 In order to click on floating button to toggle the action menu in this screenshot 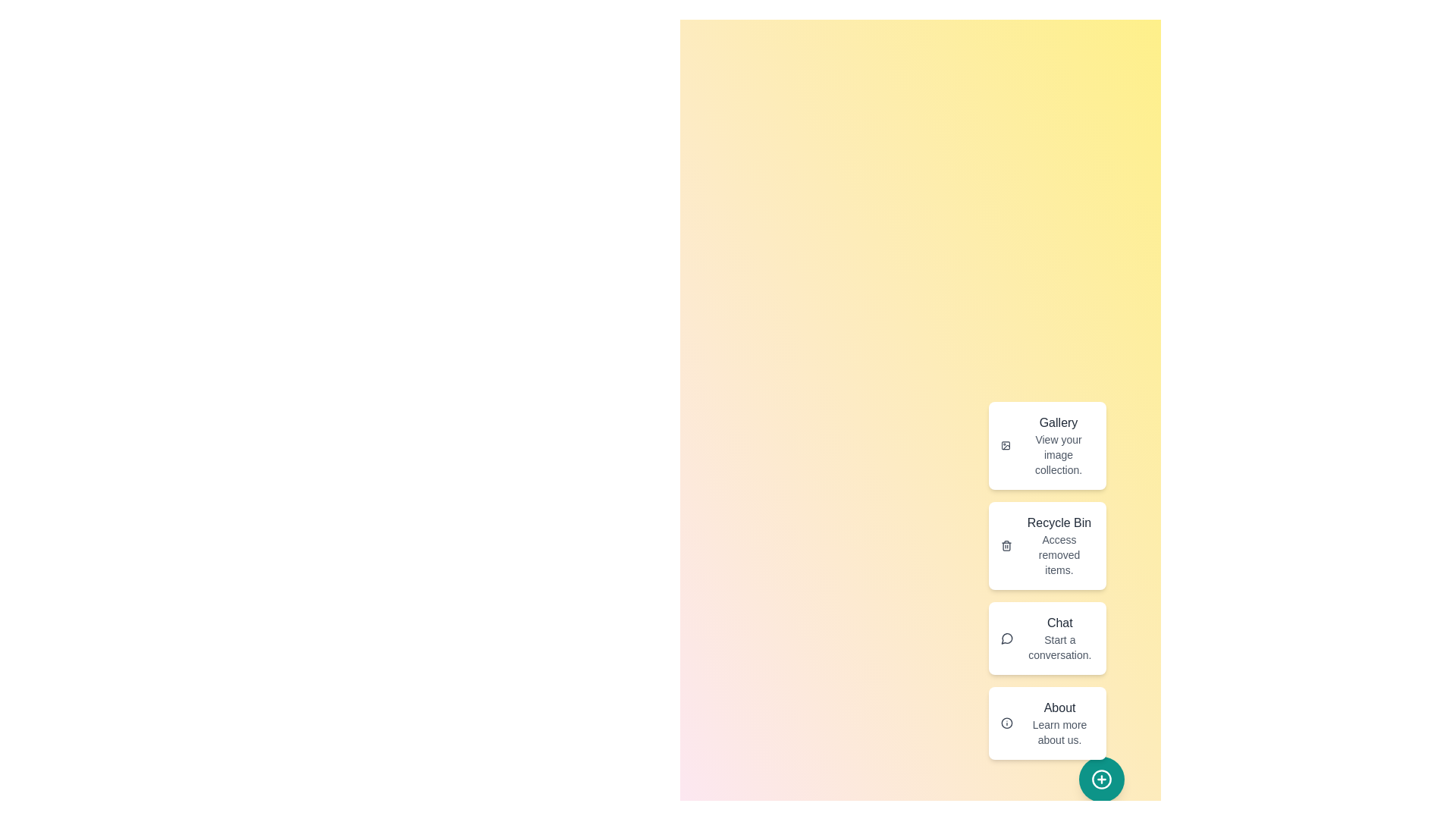, I will do `click(1102, 780)`.